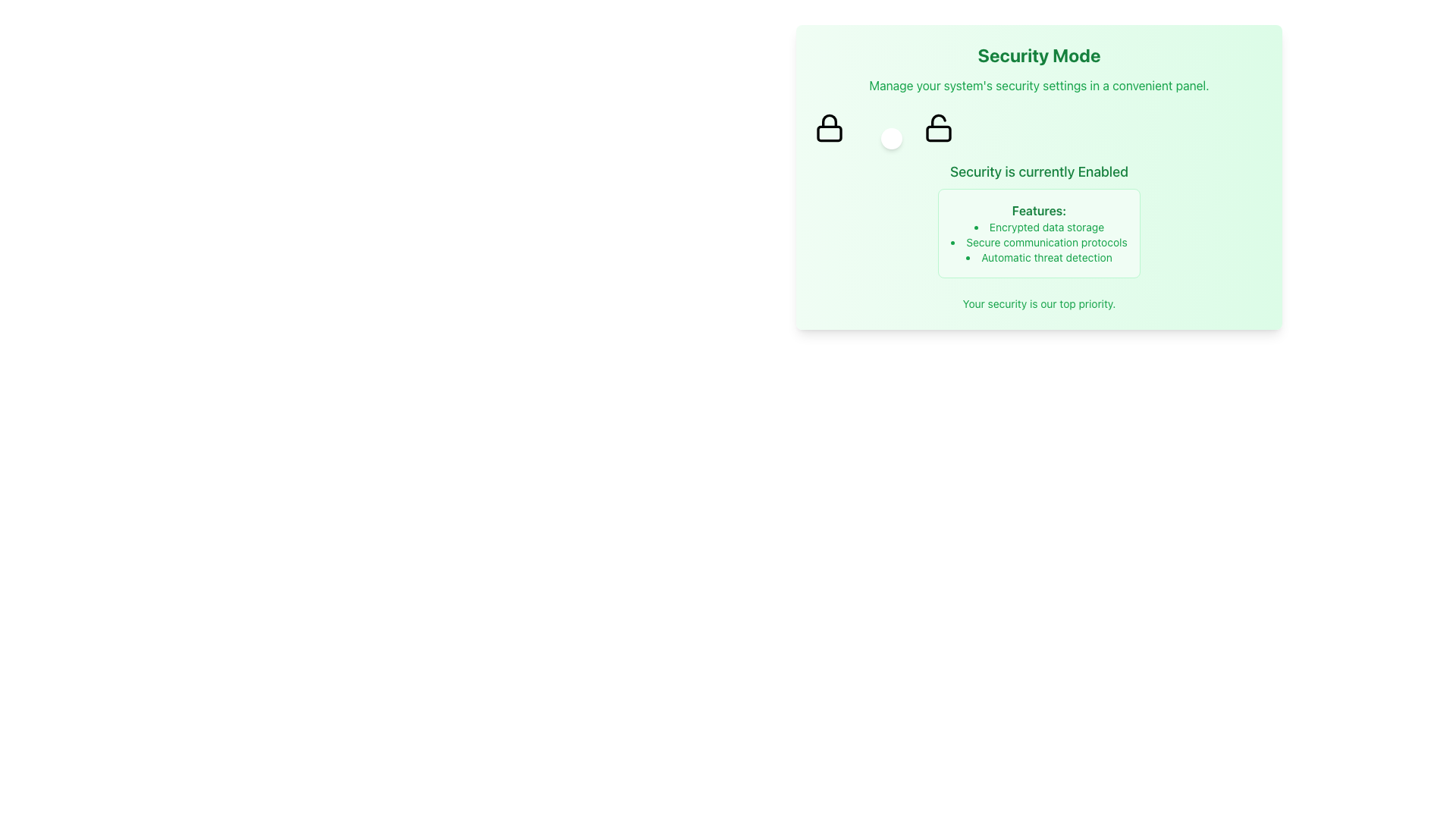  What do you see at coordinates (1038, 69) in the screenshot?
I see `the header TextBlock located at the top-central section of the light green panel in the security settings section` at bounding box center [1038, 69].